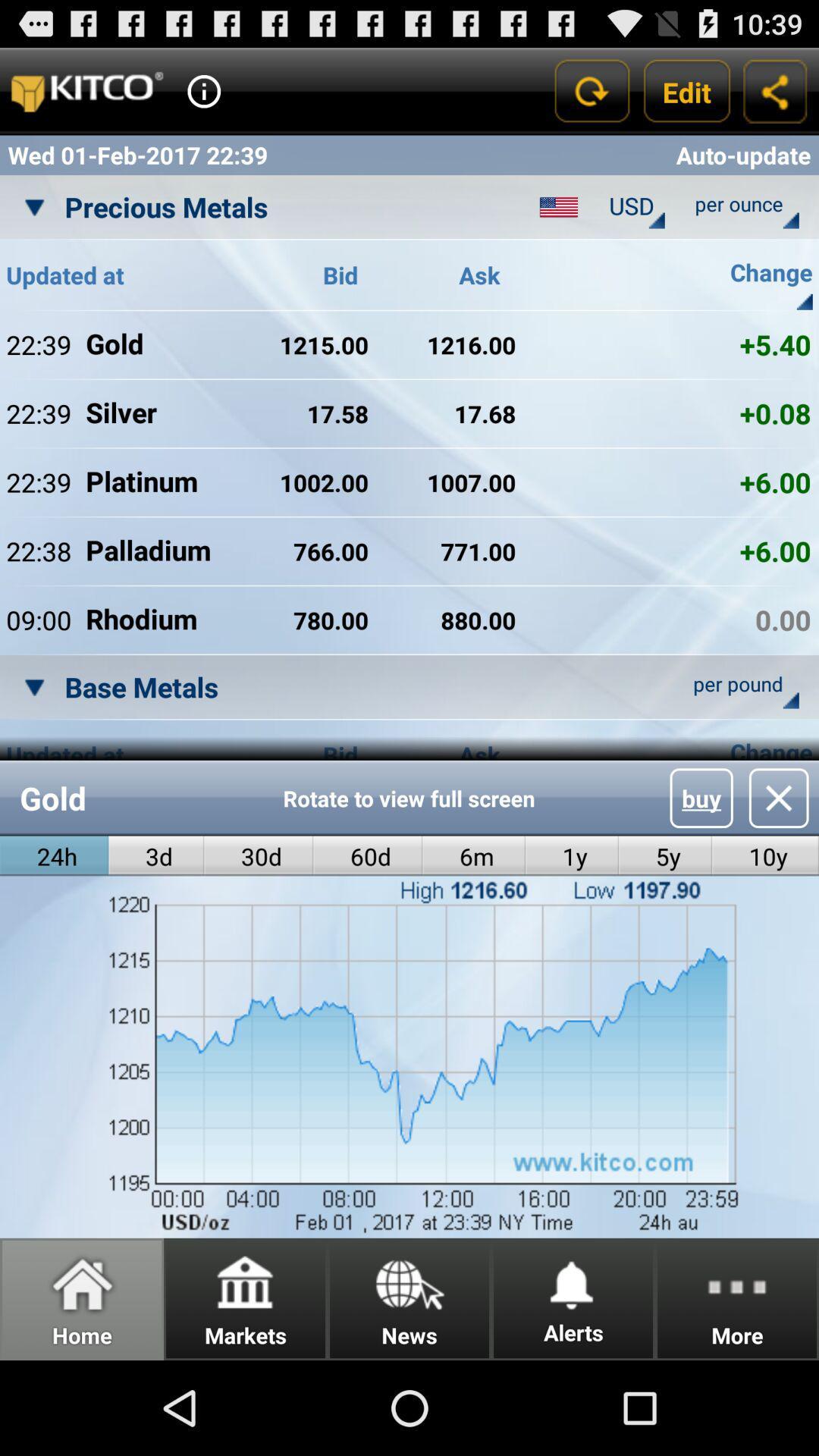  I want to click on the window, so click(779, 797).